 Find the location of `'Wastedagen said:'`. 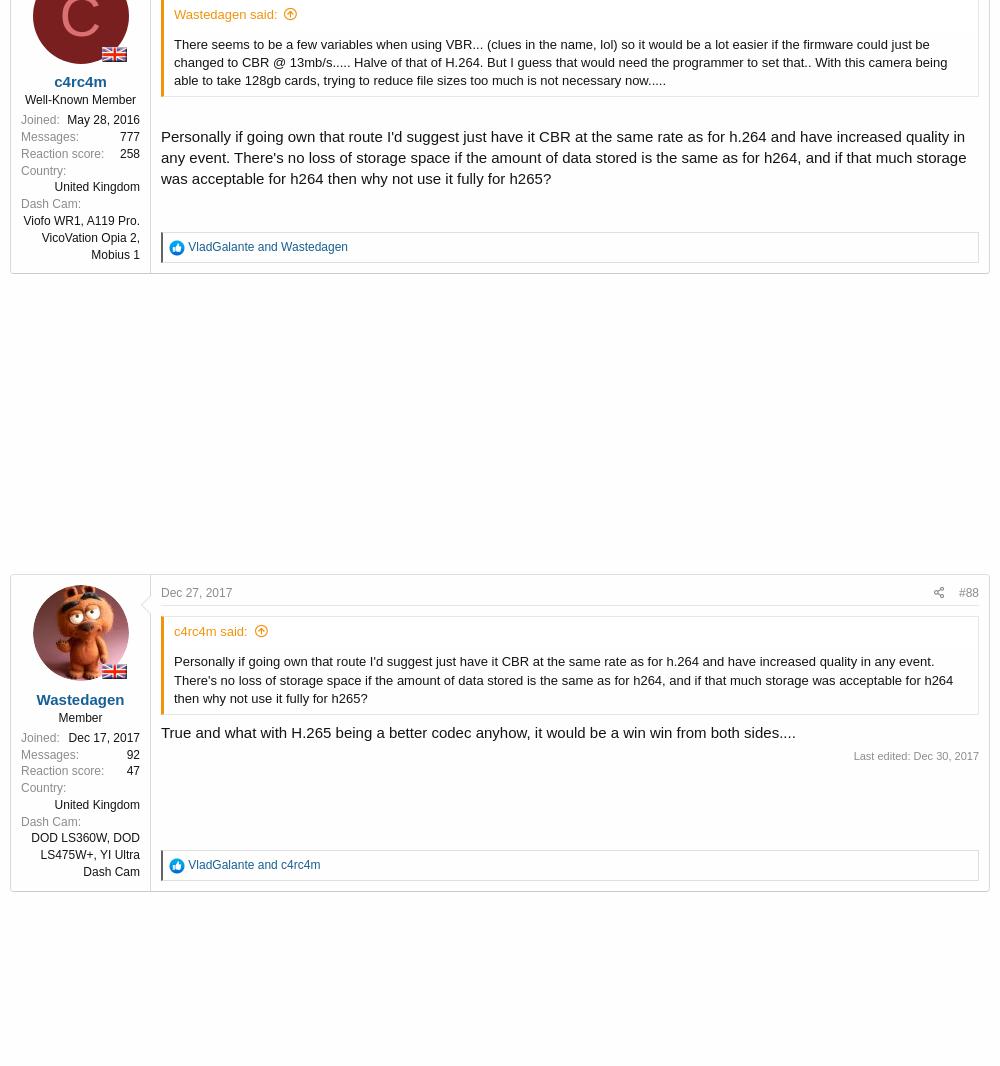

'Wastedagen said:' is located at coordinates (224, 12).